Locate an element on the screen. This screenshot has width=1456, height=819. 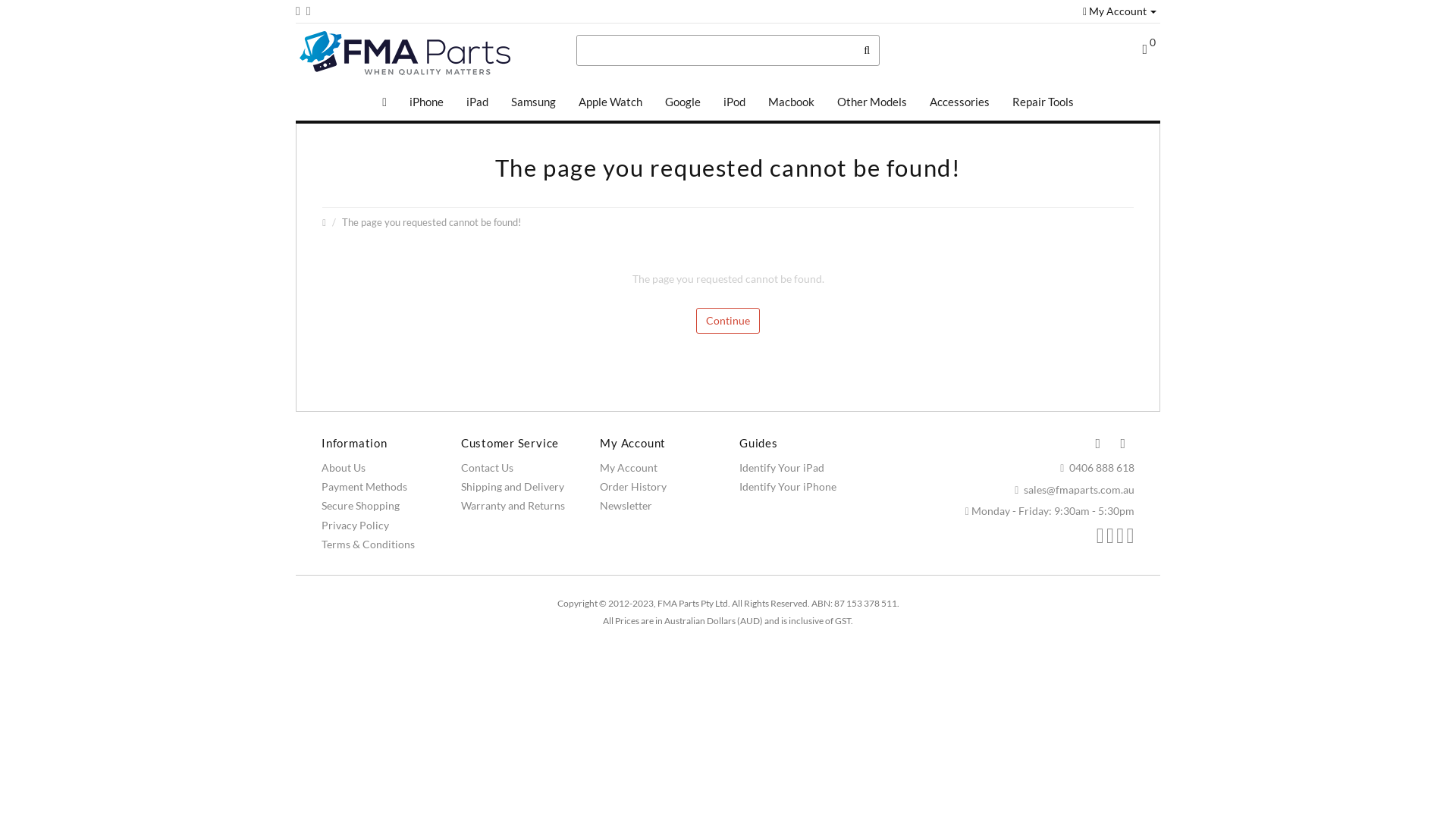
'Shipping and Delivery' is located at coordinates (513, 486).